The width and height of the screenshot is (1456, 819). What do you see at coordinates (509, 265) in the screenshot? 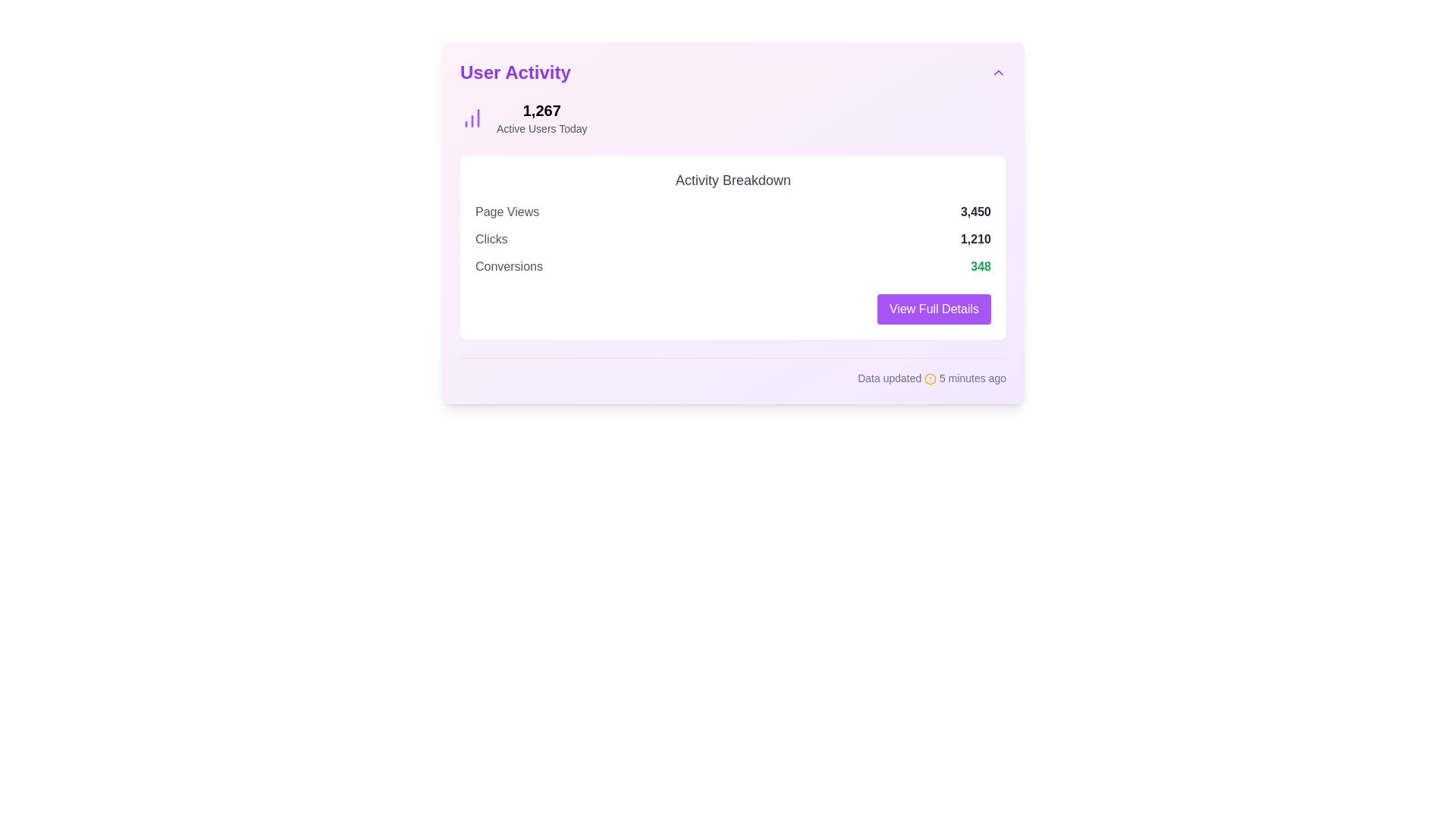
I see `the Text Label that identifies the conversions in the 'Activity Breakdown' section of the 'User Activity' card, located on the left side of the number '348'` at bounding box center [509, 265].